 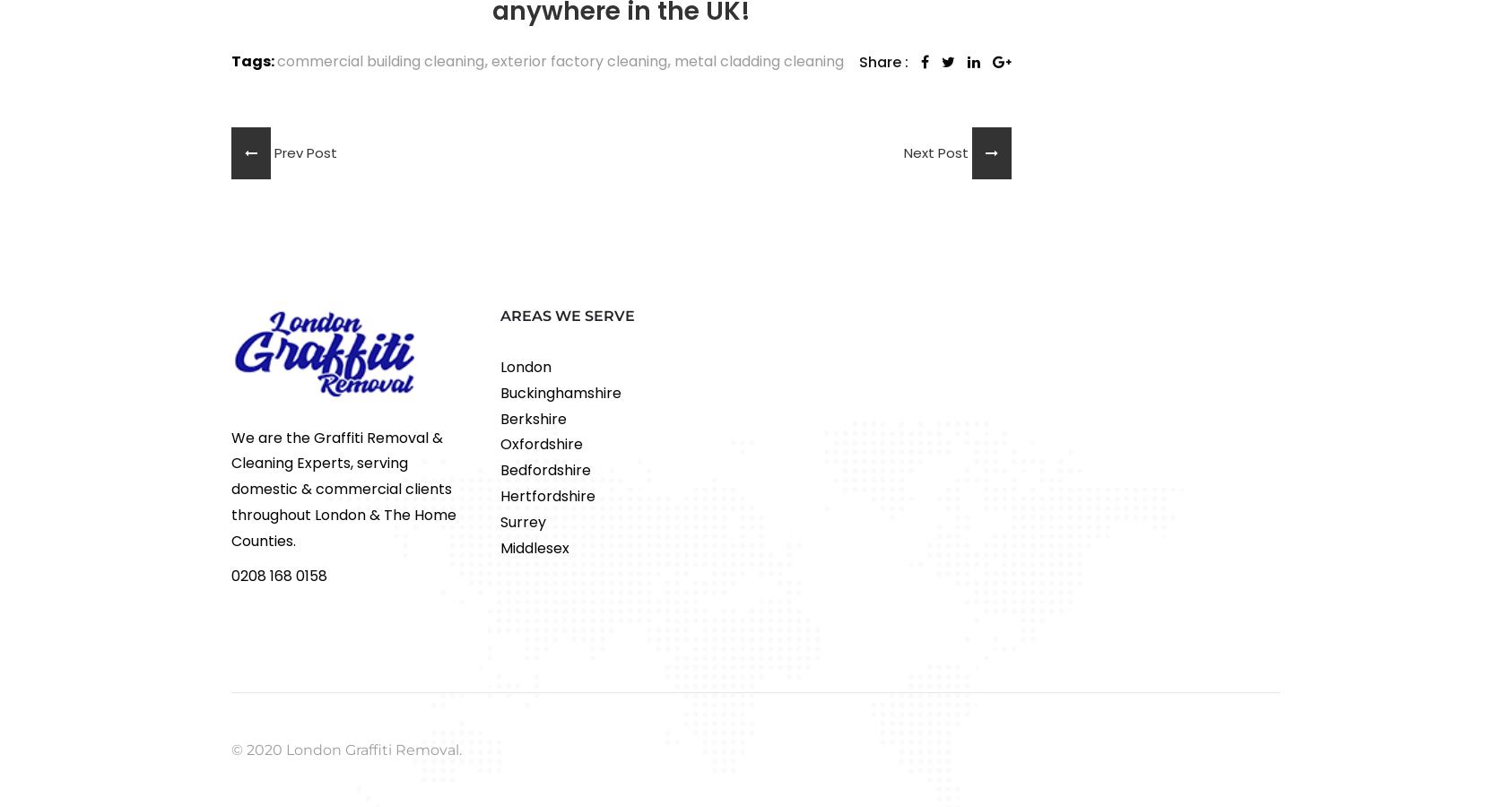 What do you see at coordinates (937, 152) in the screenshot?
I see `'Next Post'` at bounding box center [937, 152].